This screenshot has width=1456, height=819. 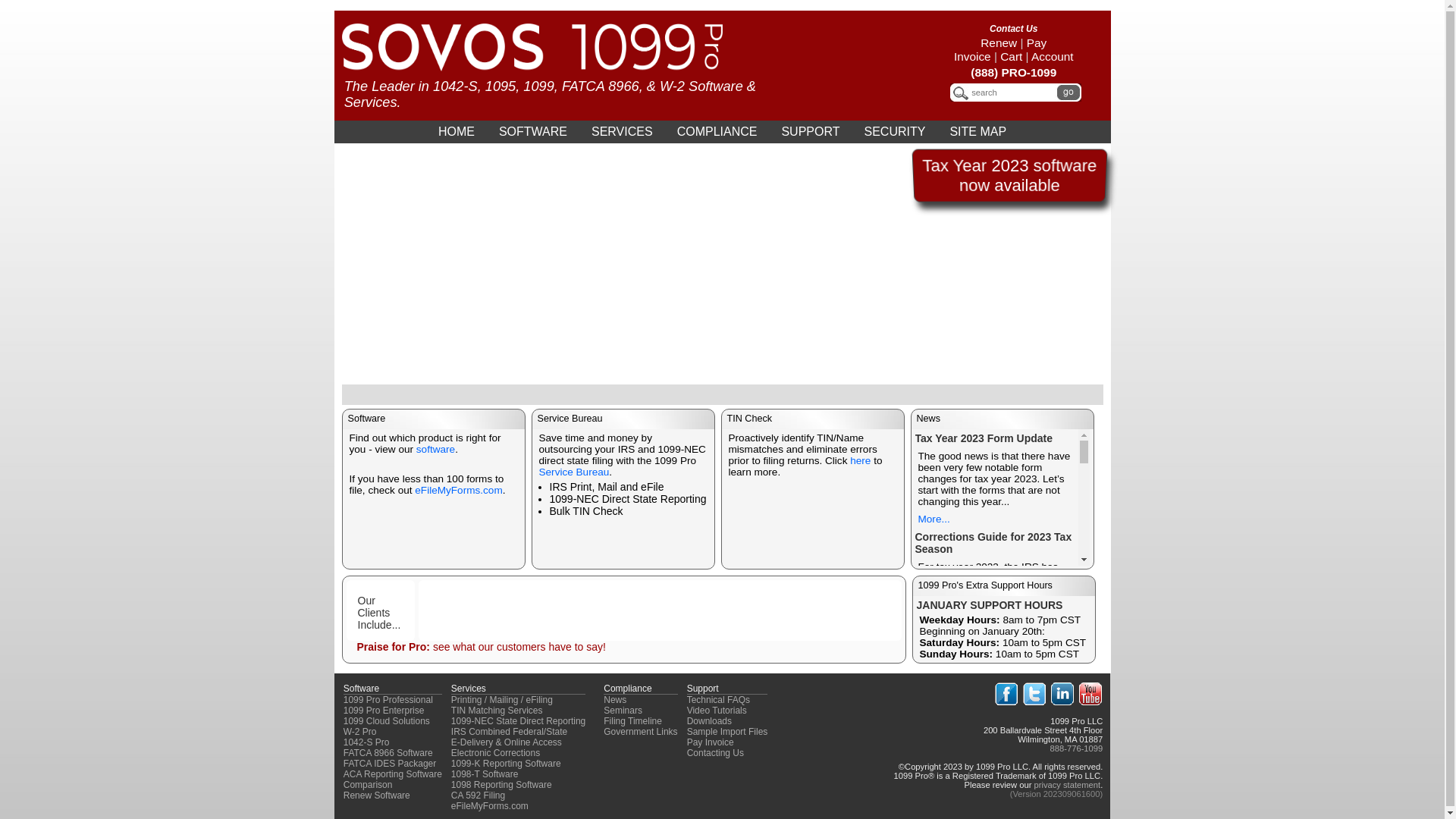 What do you see at coordinates (932, 518) in the screenshot?
I see `'More...'` at bounding box center [932, 518].